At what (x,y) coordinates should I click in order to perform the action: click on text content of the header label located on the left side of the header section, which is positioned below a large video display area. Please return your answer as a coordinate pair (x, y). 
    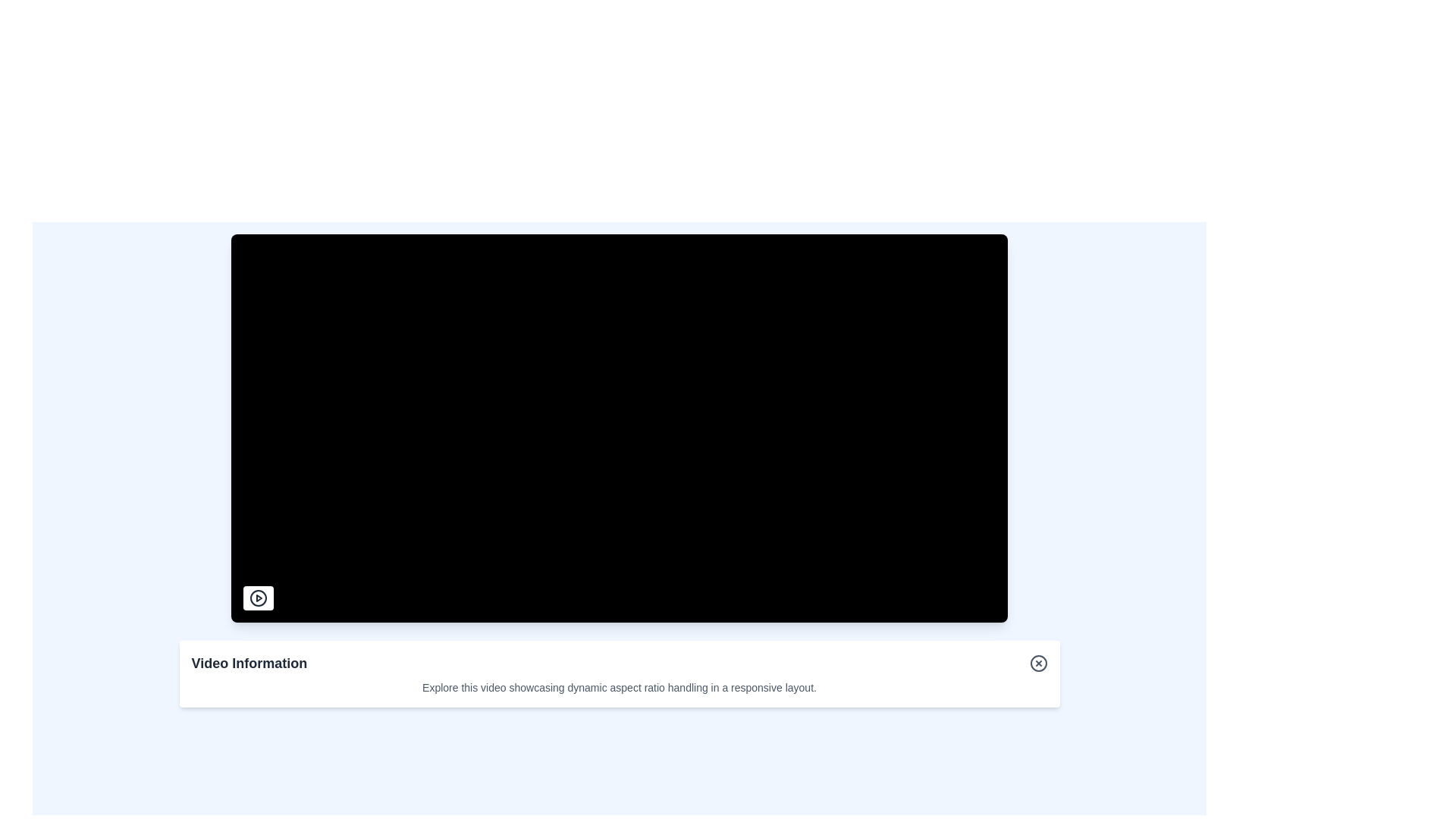
    Looking at the image, I should click on (249, 663).